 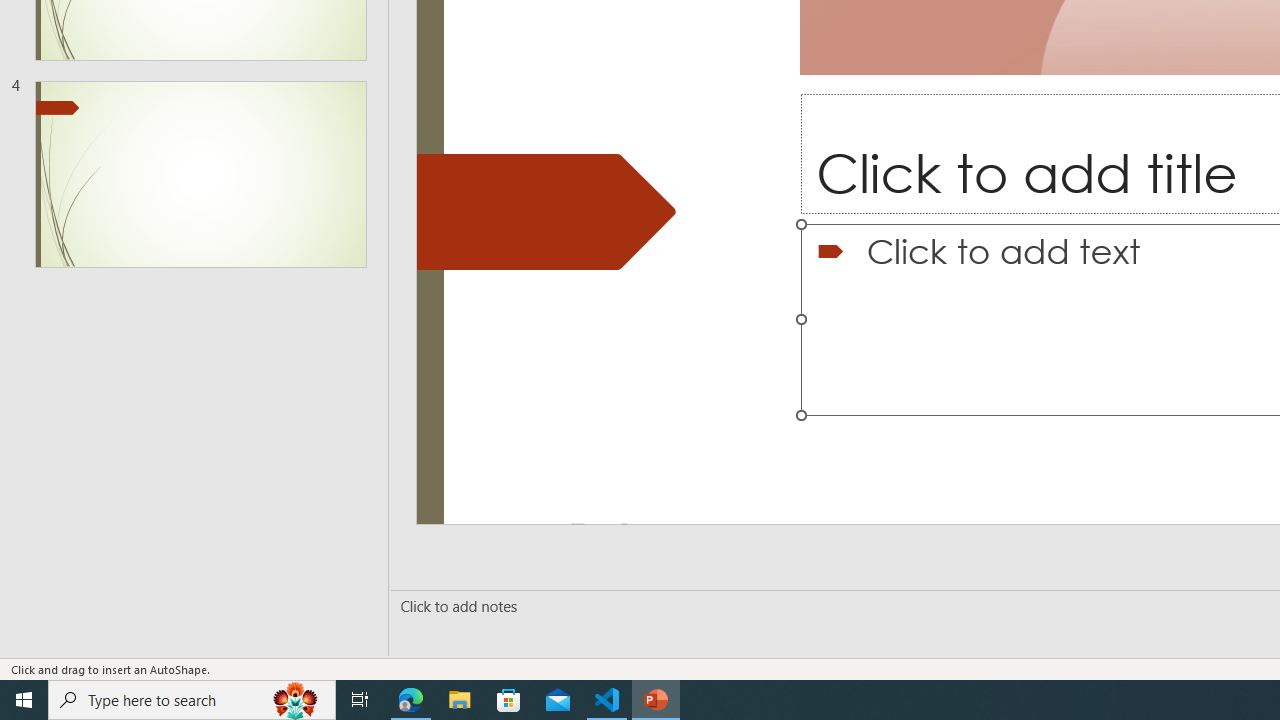 What do you see at coordinates (200, 173) in the screenshot?
I see `'Slide'` at bounding box center [200, 173].